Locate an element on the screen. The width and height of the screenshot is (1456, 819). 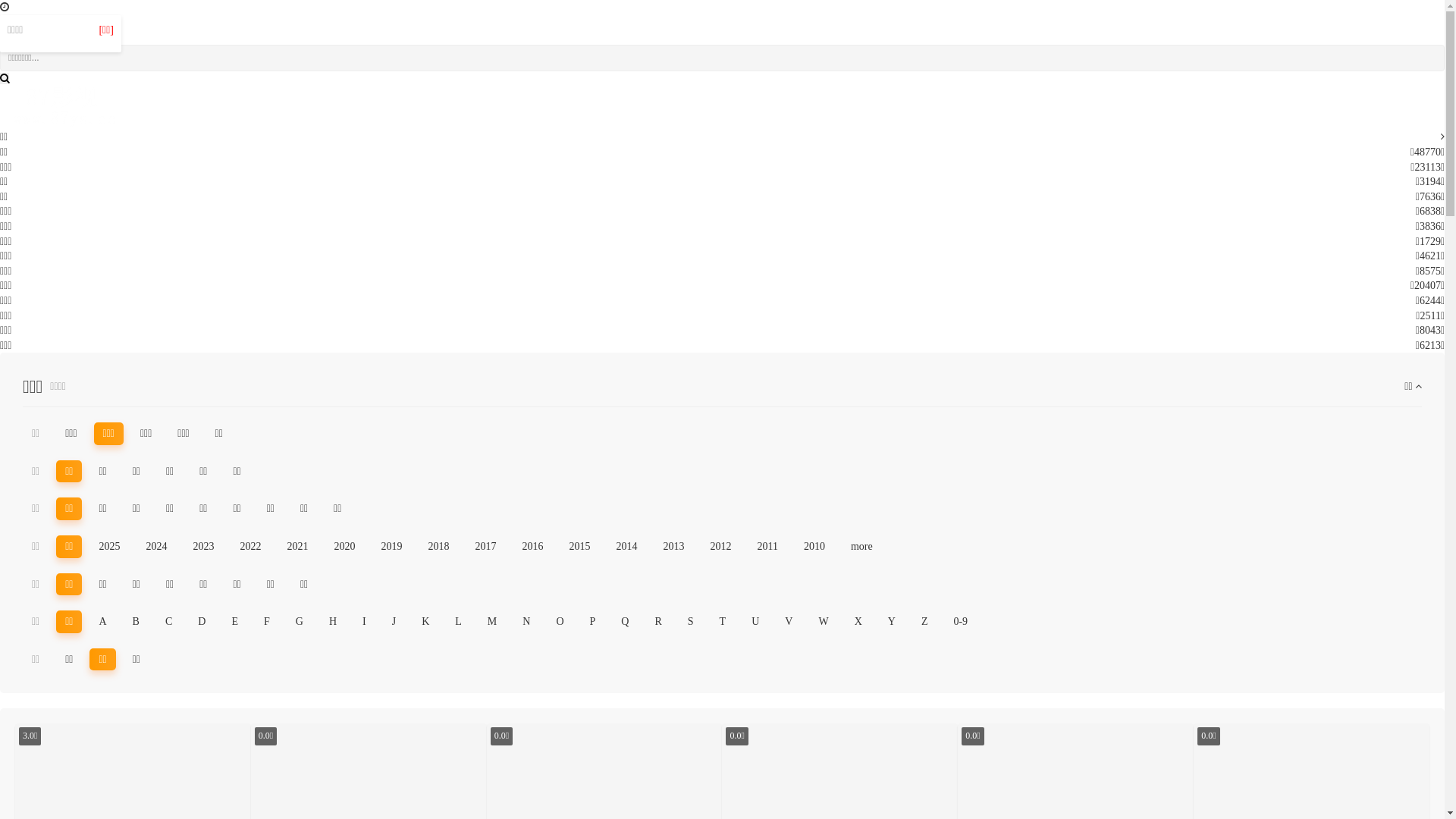
'2016' is located at coordinates (513, 547).